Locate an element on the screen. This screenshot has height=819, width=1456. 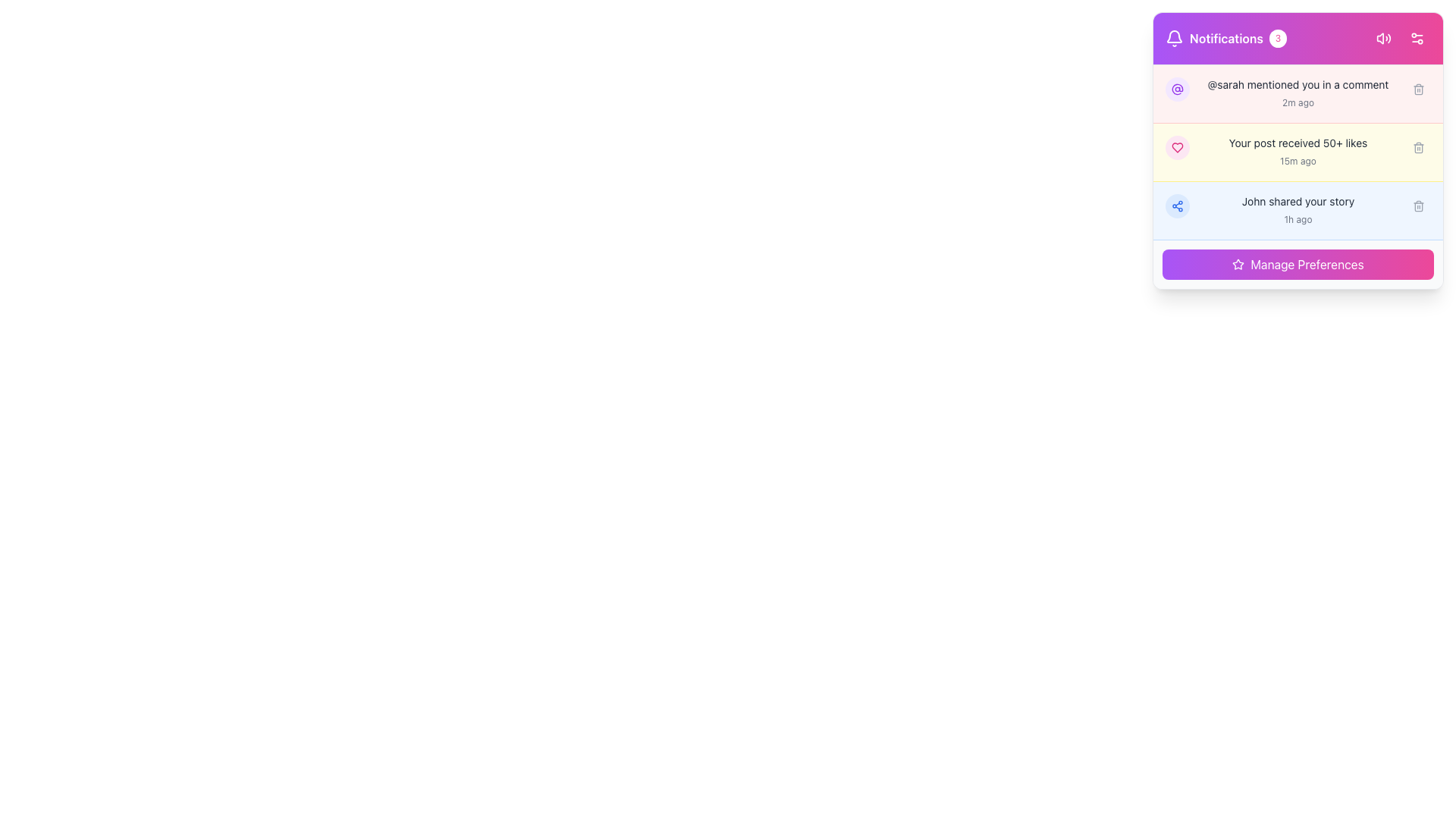
the trashcan icon located in the second notification entry is located at coordinates (1418, 148).